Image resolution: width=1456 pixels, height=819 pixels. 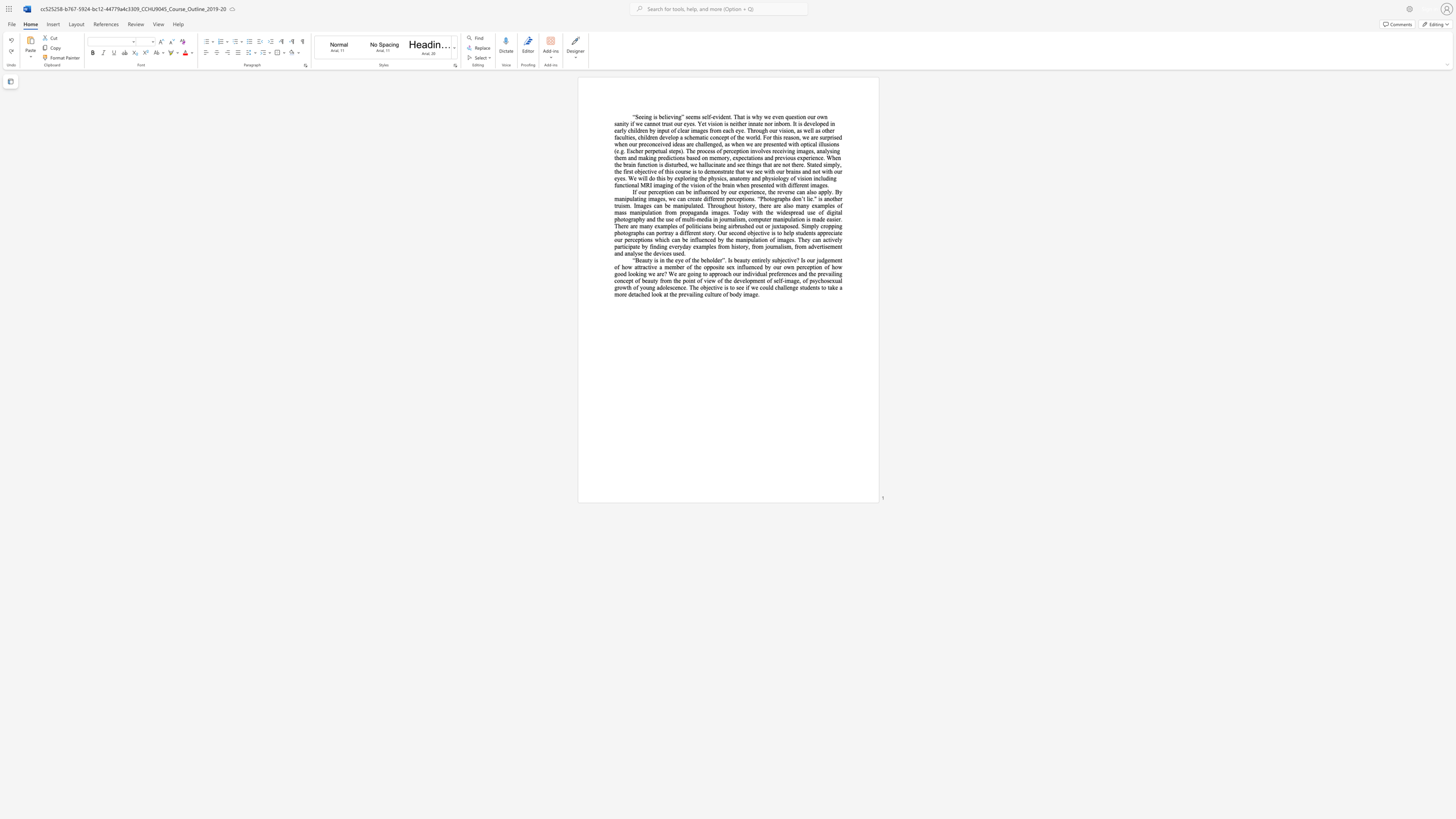 I want to click on the space between the continuous character "p" and "u" in the text, so click(x=751, y=239).